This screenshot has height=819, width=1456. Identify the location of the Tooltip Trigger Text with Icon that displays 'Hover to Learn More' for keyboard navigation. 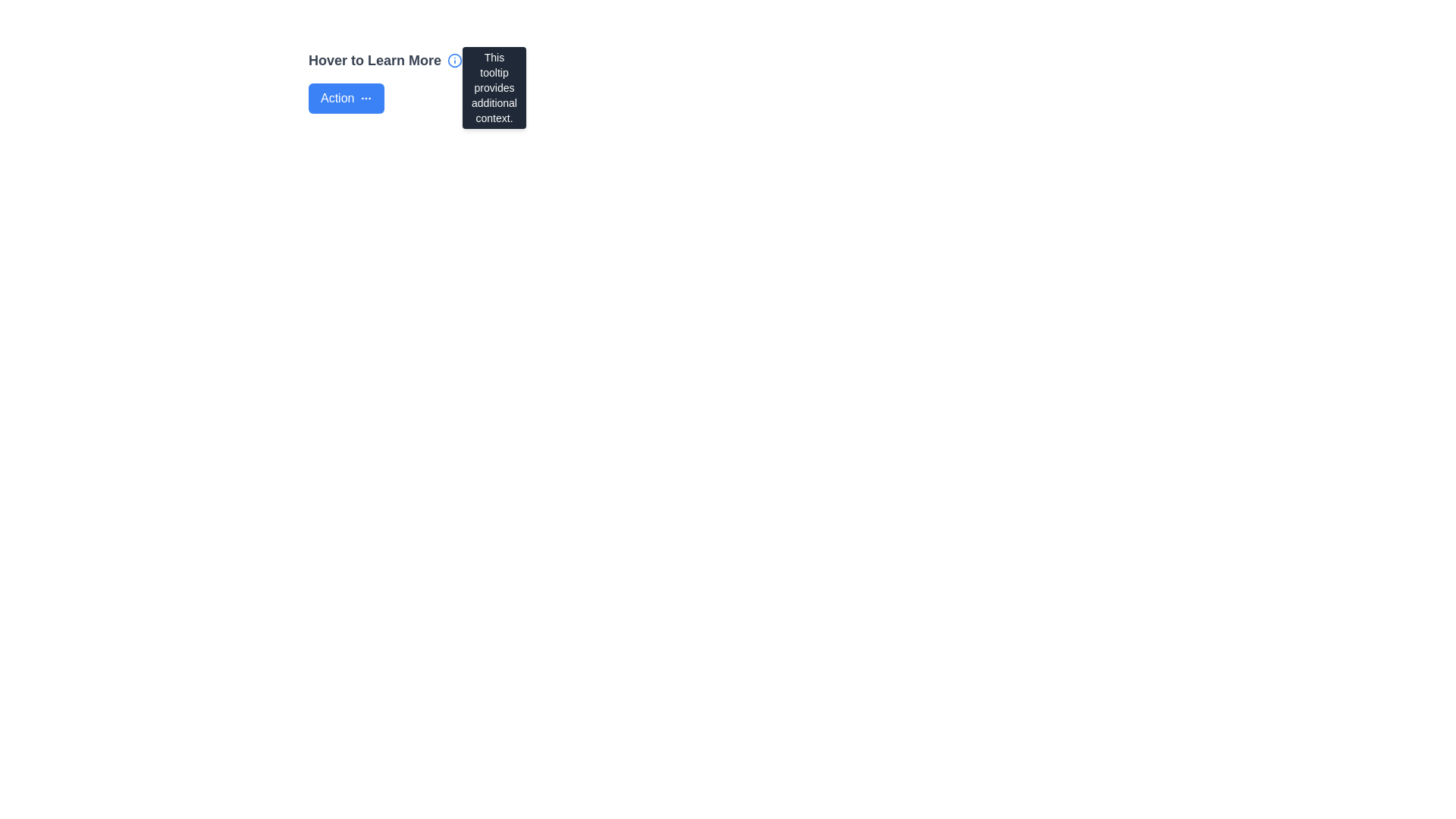
(385, 60).